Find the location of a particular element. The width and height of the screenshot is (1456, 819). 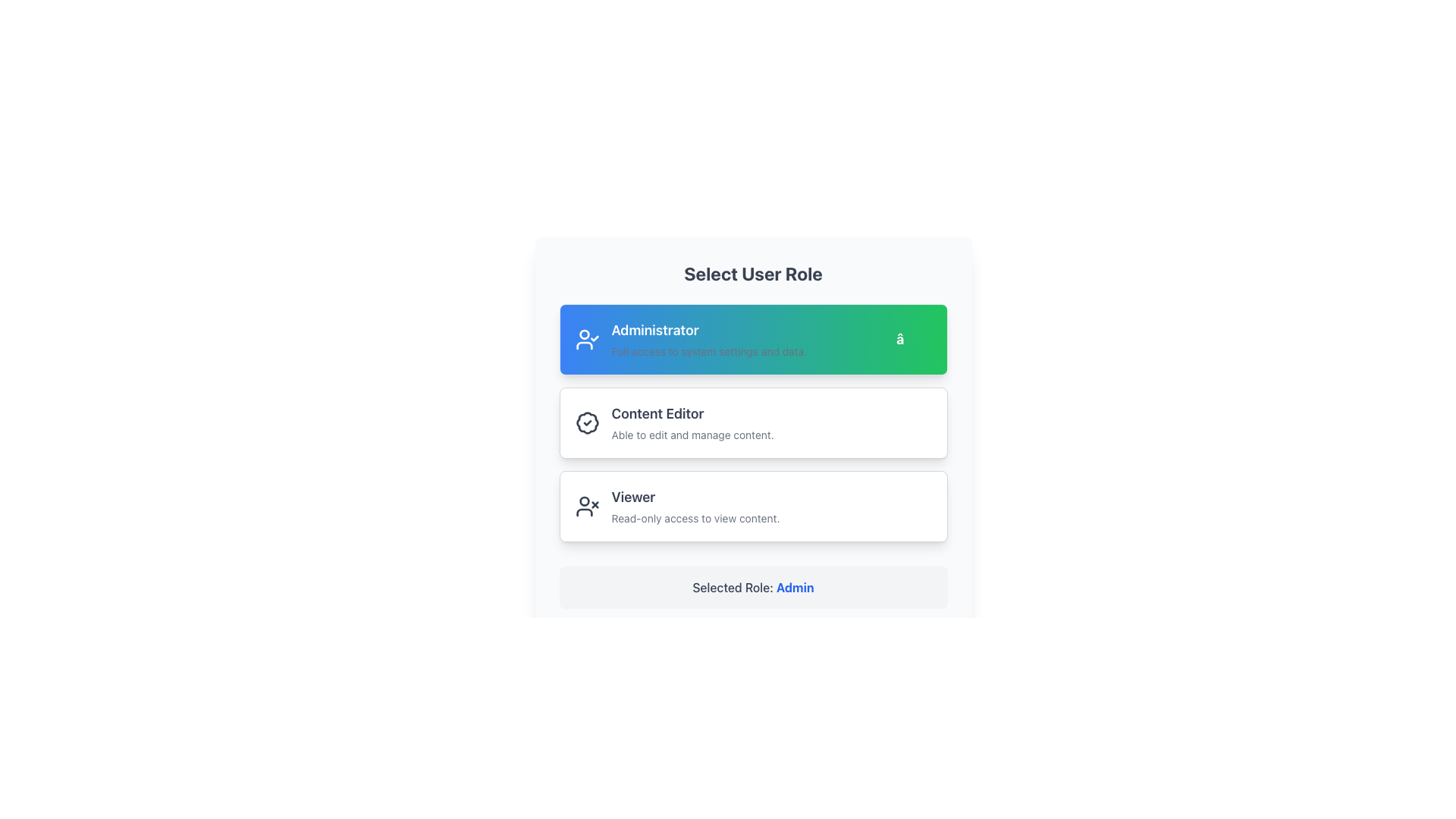

bold, blue-text word 'Admin' which is the last word in the phrase 'Selected Role: Admin' located at the bottom area of the interface is located at coordinates (794, 587).